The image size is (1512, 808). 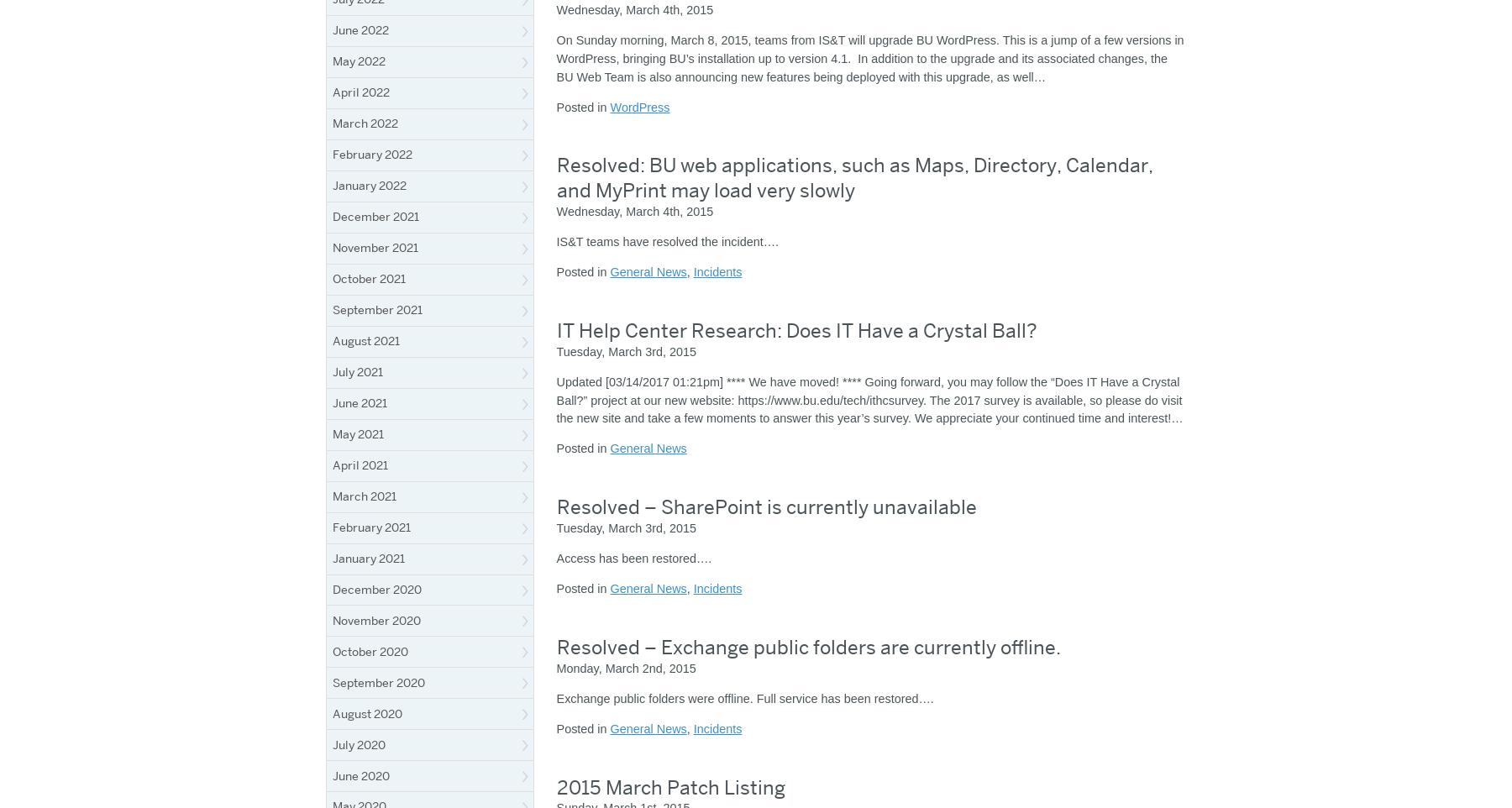 What do you see at coordinates (358, 371) in the screenshot?
I see `'July 2021'` at bounding box center [358, 371].